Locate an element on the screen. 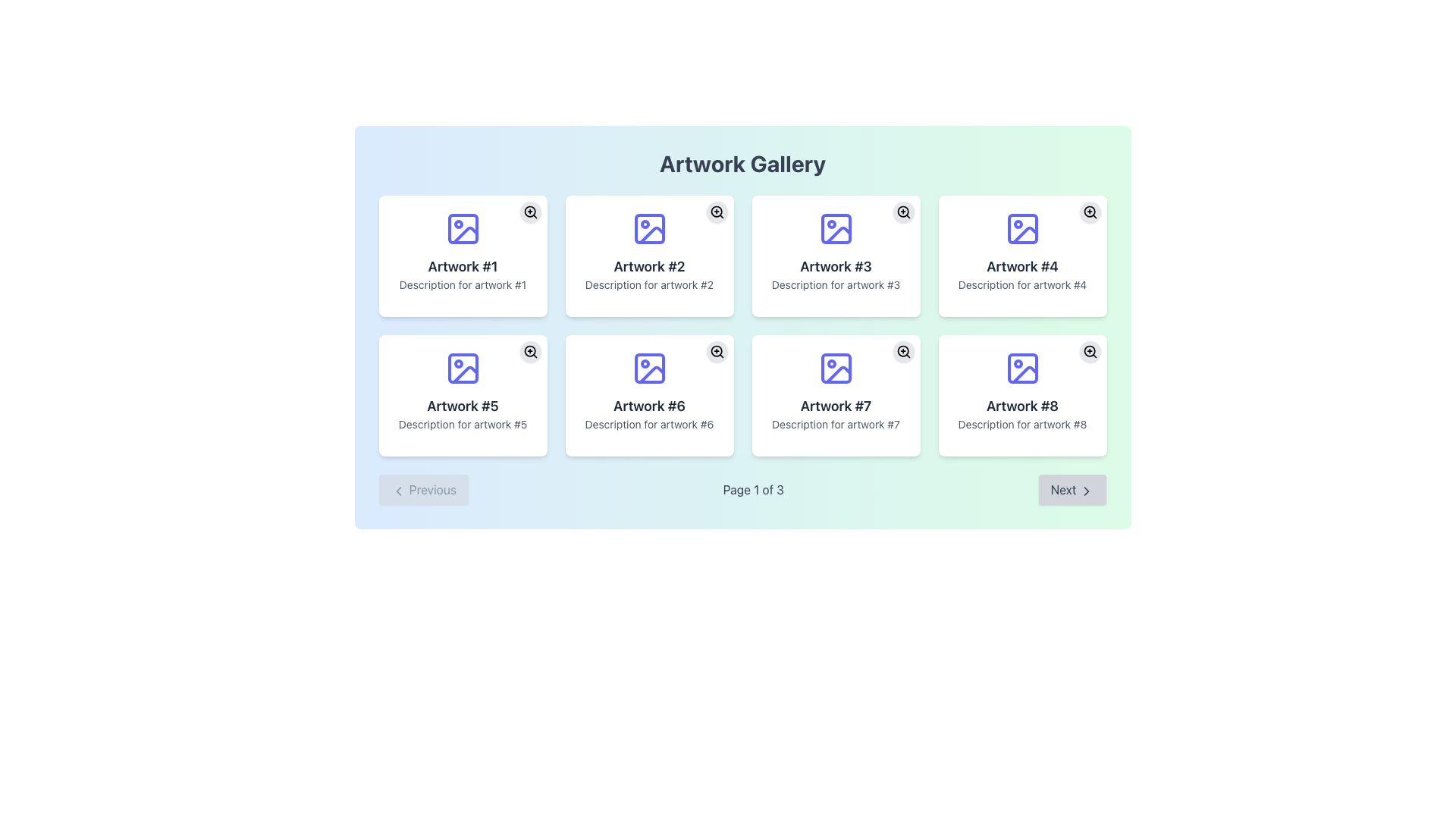 The image size is (1456, 819). the informational card for 'Artwork #2', which is located in the second column of the first row of artwork cards, positioned between 'Artwork #1' and 'Artwork #3' is located at coordinates (649, 256).